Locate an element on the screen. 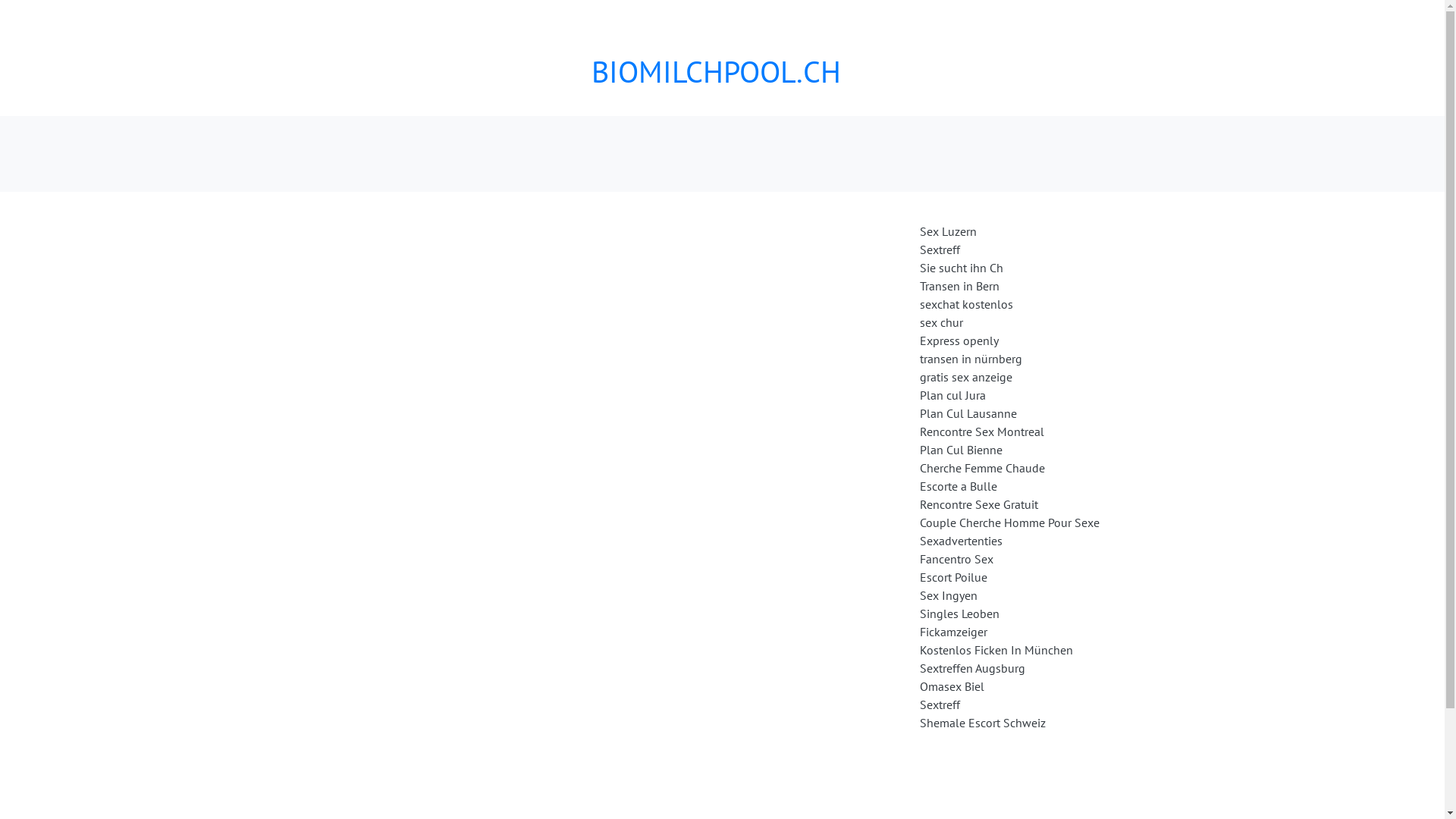 The height and width of the screenshot is (819, 1456). 'Escorte a Bulle' is located at coordinates (956, 485).